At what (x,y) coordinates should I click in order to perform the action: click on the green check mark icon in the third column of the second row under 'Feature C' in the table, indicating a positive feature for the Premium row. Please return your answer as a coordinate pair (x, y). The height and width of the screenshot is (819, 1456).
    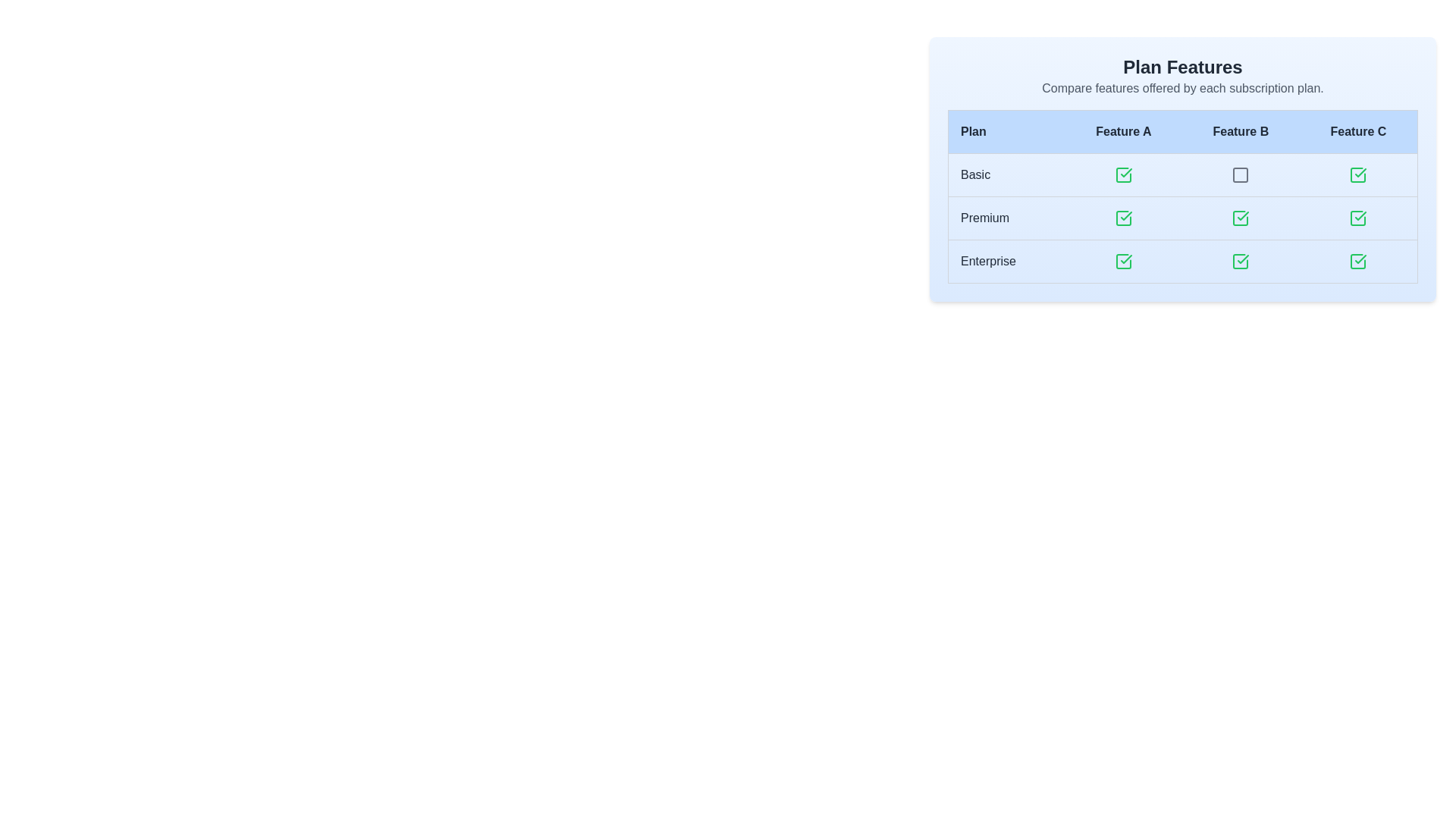
    Looking at the image, I should click on (1358, 218).